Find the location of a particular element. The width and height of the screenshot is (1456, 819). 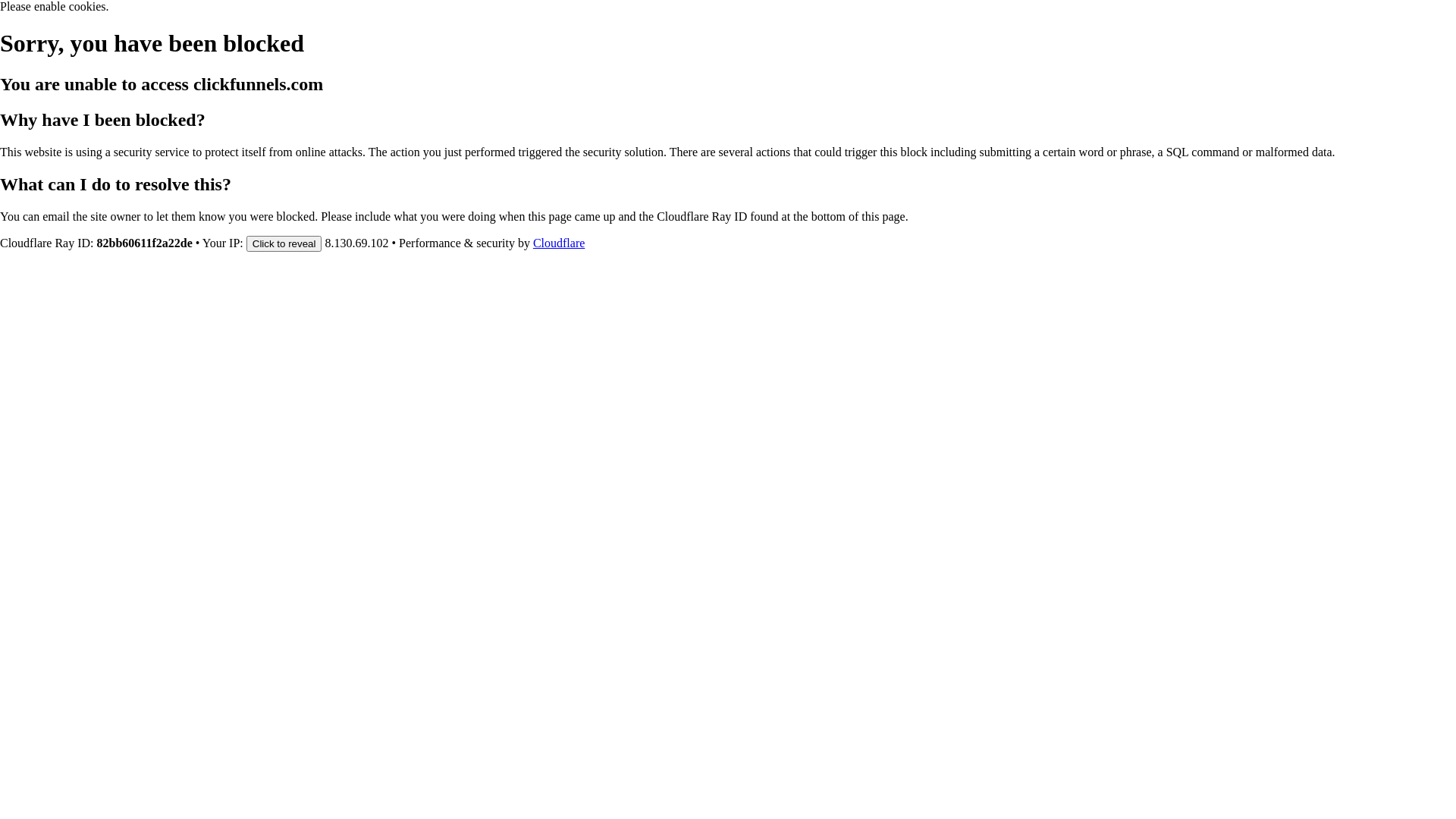

'Cloudflare' is located at coordinates (558, 242).